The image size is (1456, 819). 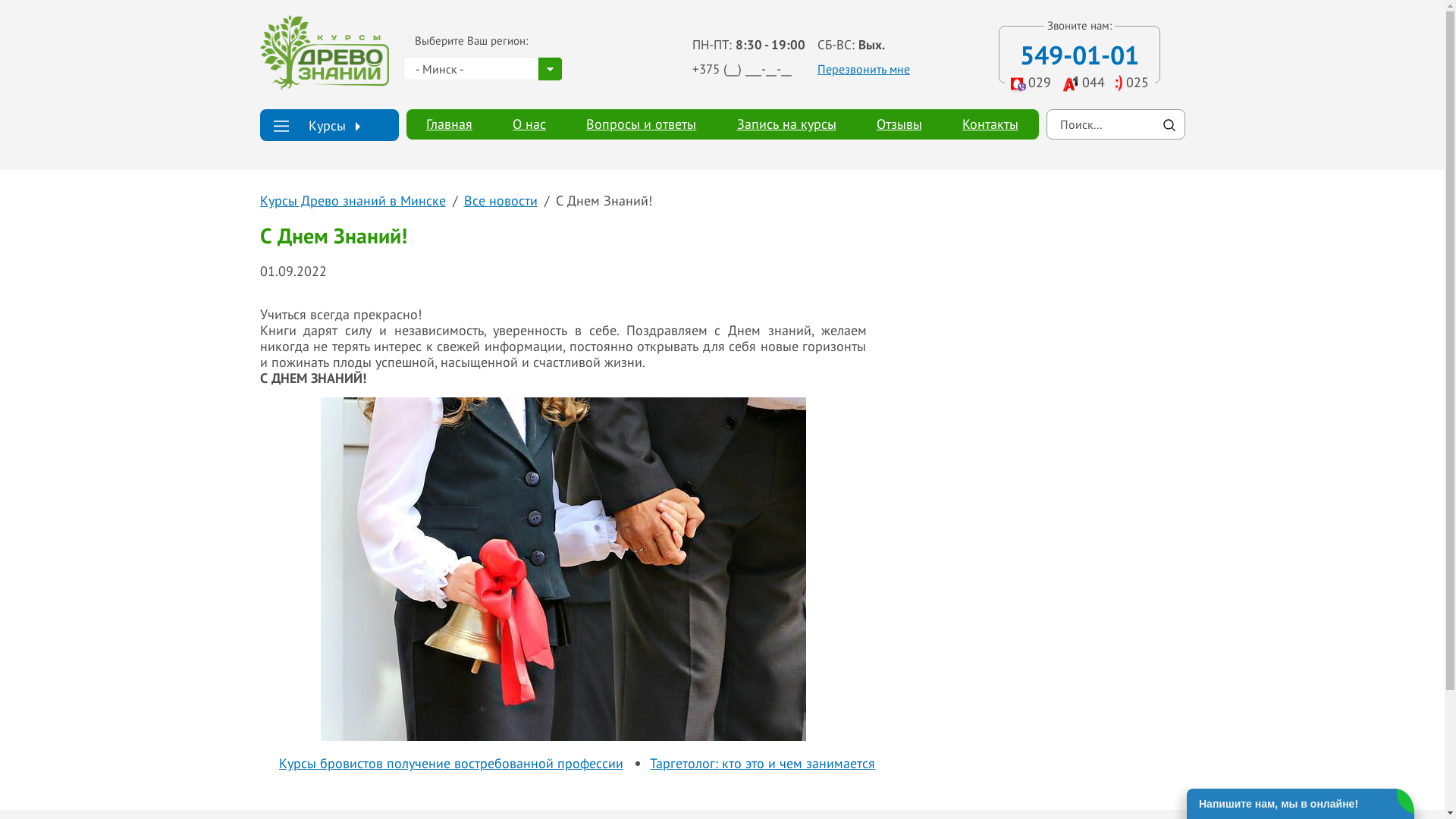 I want to click on '549-01-01', so click(x=1078, y=54).